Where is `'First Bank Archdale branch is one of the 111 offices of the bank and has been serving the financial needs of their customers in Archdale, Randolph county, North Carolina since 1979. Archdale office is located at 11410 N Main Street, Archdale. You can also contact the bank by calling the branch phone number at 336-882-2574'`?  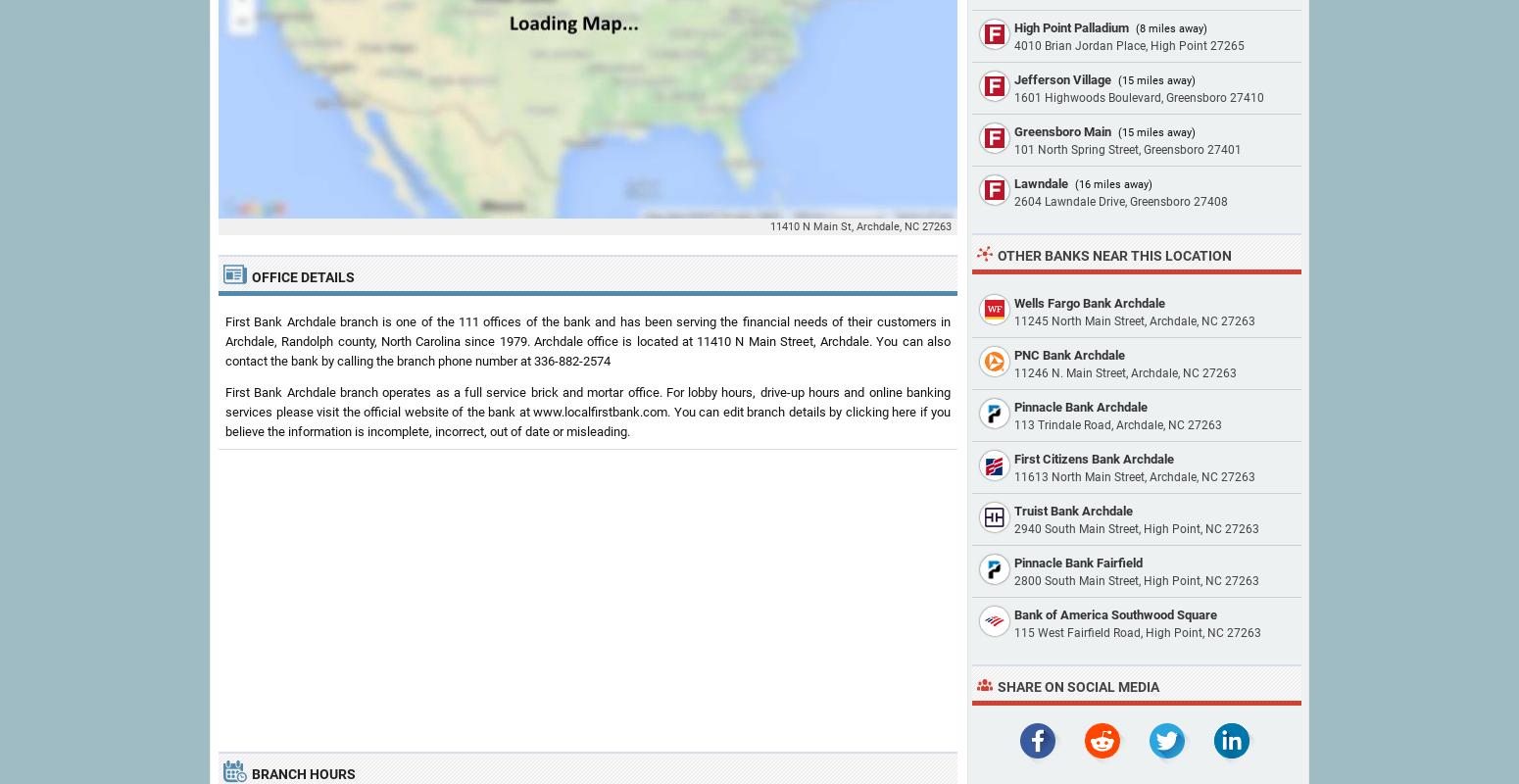 'First Bank Archdale branch is one of the 111 offices of the bank and has been serving the financial needs of their customers in Archdale, Randolph county, North Carolina since 1979. Archdale office is located at 11410 N Main Street, Archdale. You can also contact the bank by calling the branch phone number at 336-882-2574' is located at coordinates (588, 341).